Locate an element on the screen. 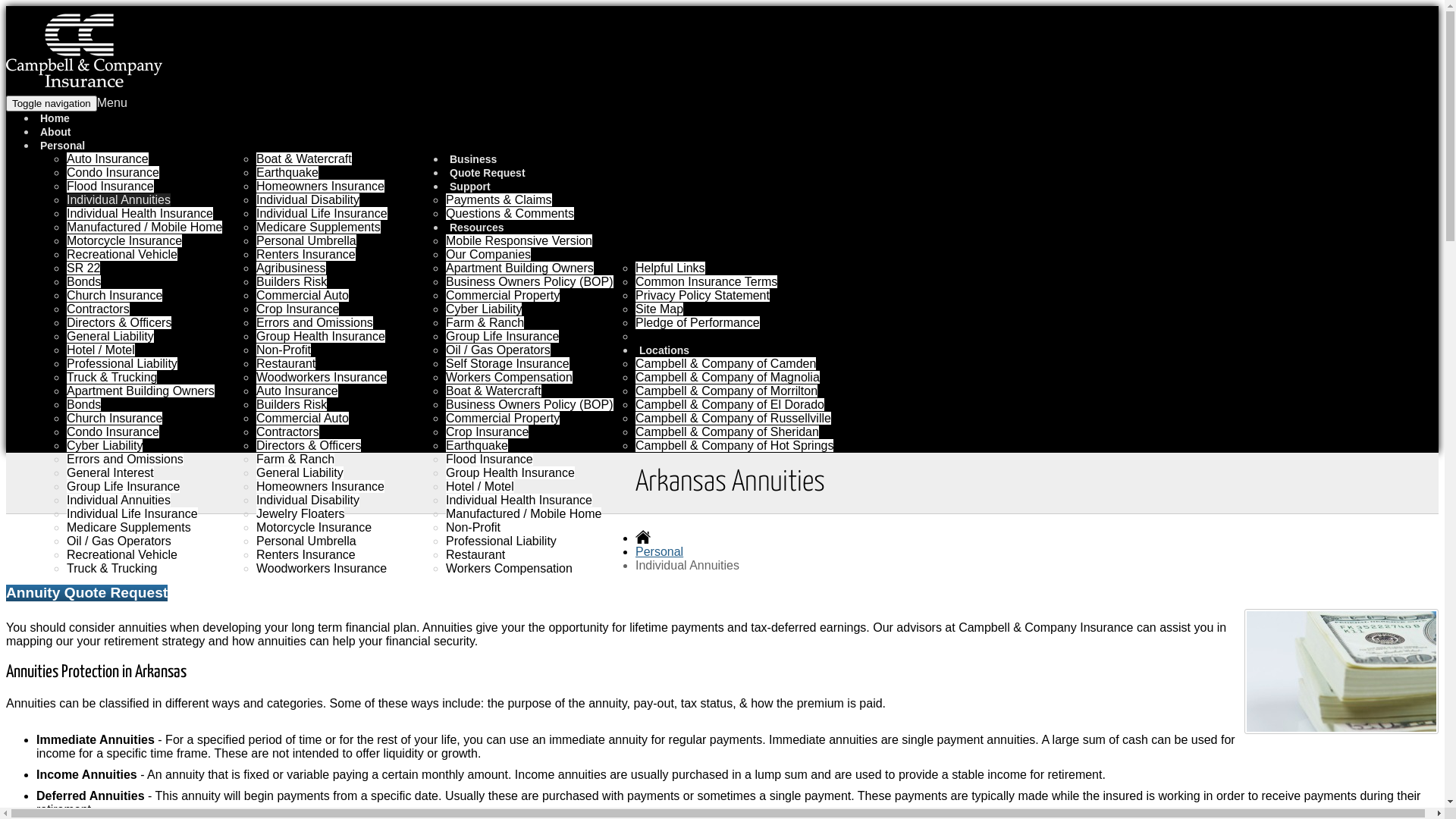 The image size is (1456, 819). 'Oil / Gas Operators' is located at coordinates (118, 540).